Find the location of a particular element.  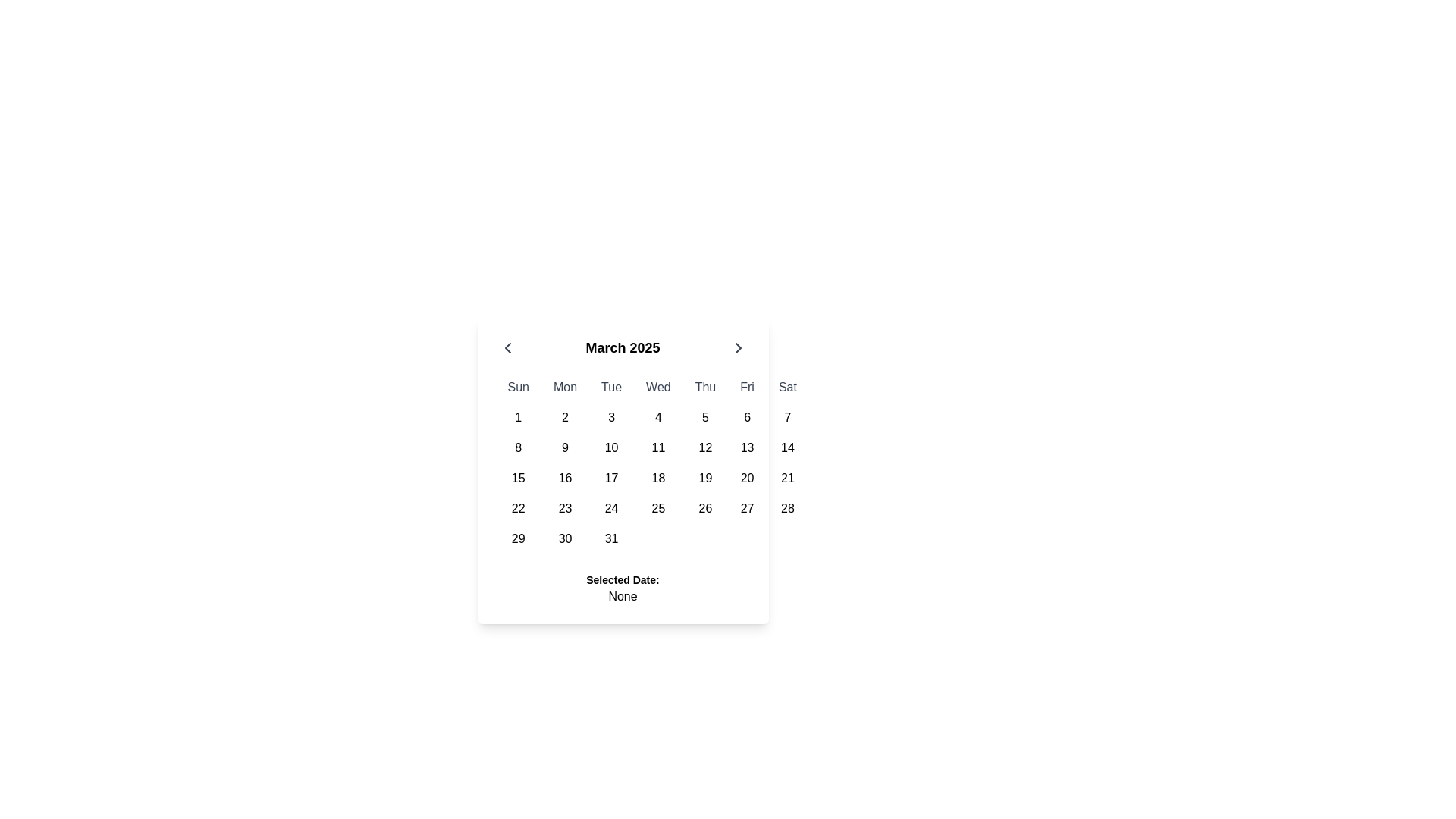

the selectable calendar date '13' is located at coordinates (747, 447).